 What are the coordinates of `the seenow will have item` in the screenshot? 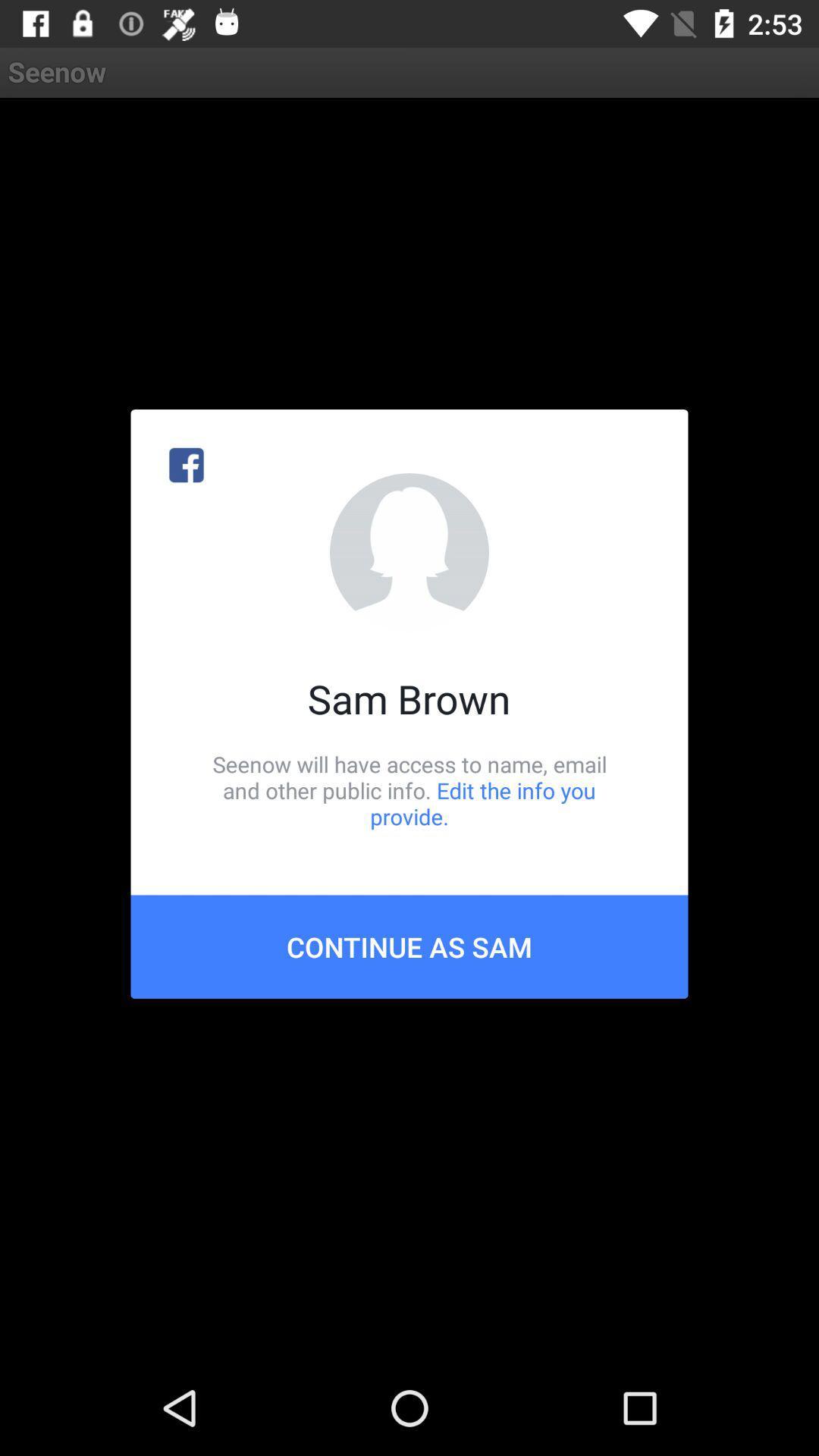 It's located at (409, 789).